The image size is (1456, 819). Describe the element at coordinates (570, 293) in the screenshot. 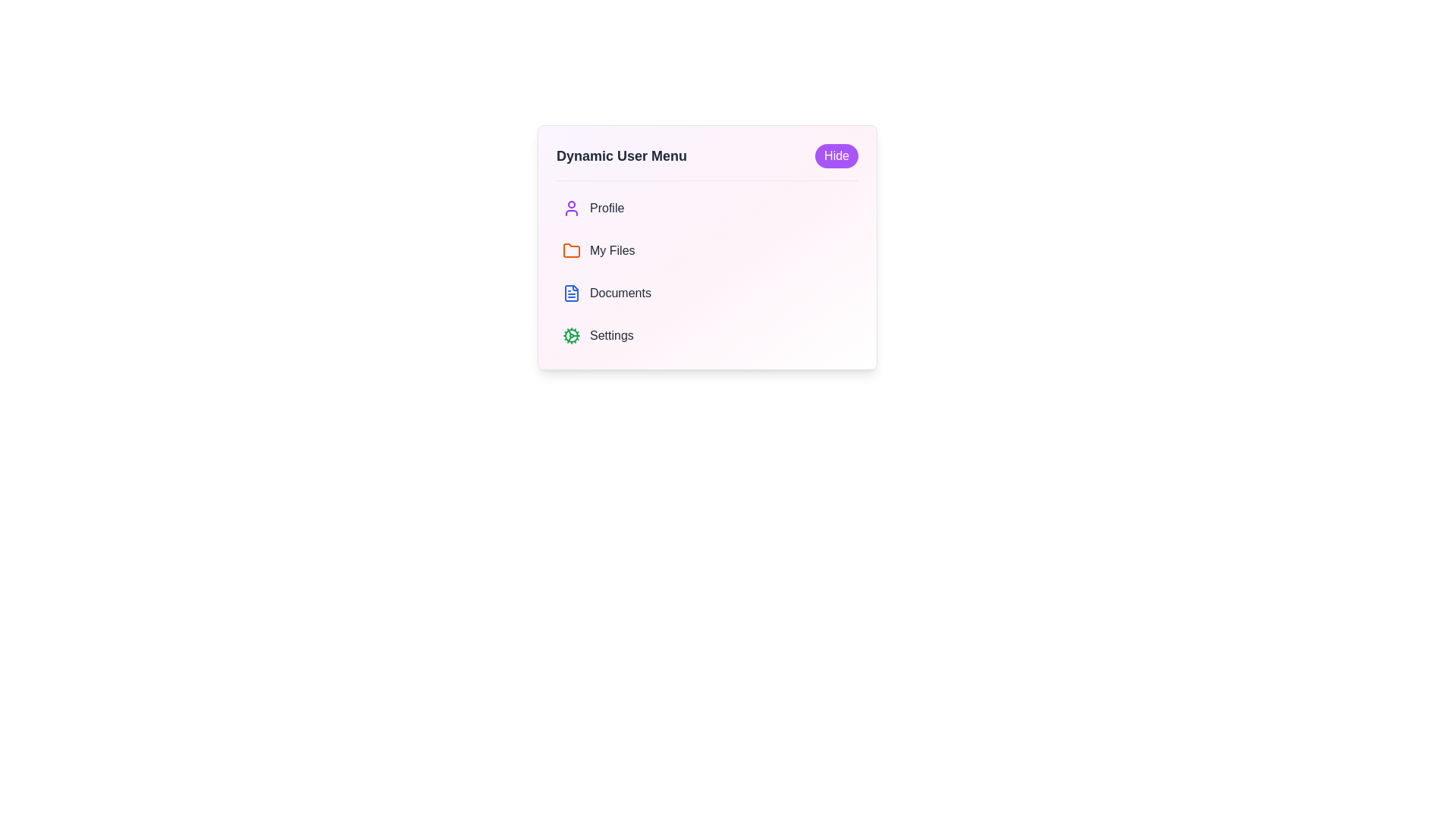

I see `the 'Documents' icon in the 'Dynamic User Menu', which is the third entry in the vertical list, positioned to the left of the 'Documents' label` at that location.